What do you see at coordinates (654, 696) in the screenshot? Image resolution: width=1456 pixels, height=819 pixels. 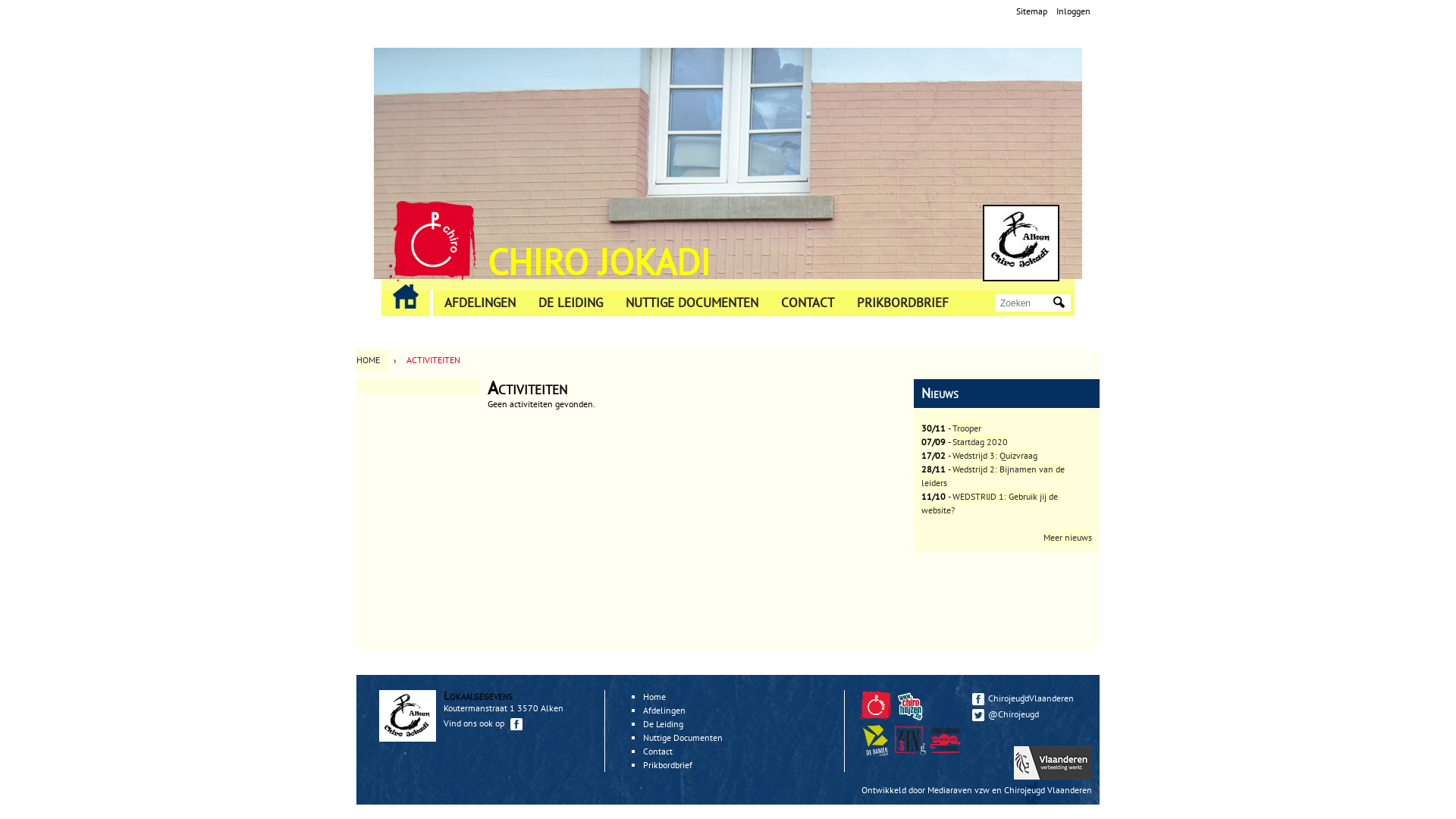 I see `'Home'` at bounding box center [654, 696].